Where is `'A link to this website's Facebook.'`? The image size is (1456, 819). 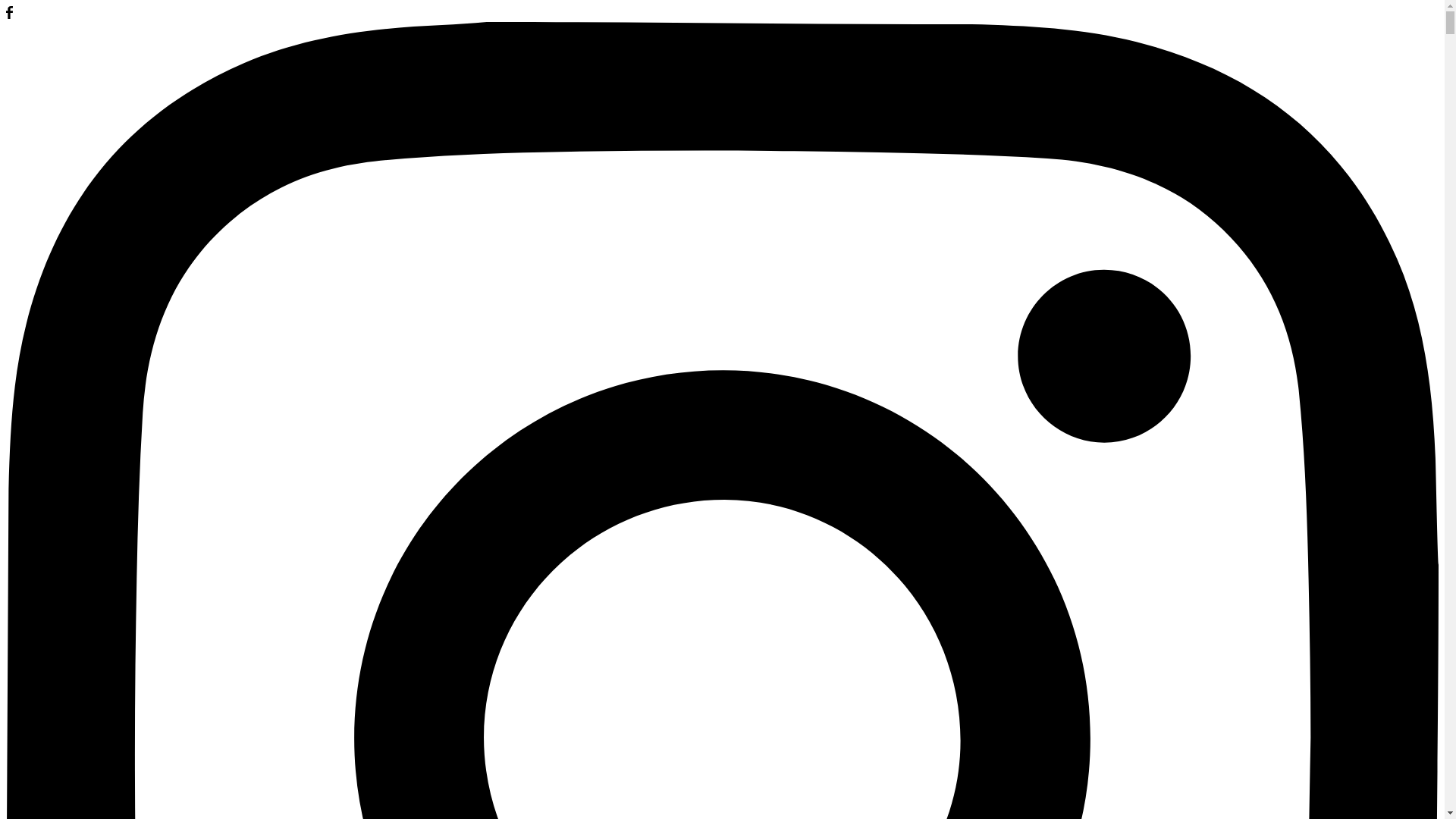
'A link to this website's Facebook.' is located at coordinates (6, 14).